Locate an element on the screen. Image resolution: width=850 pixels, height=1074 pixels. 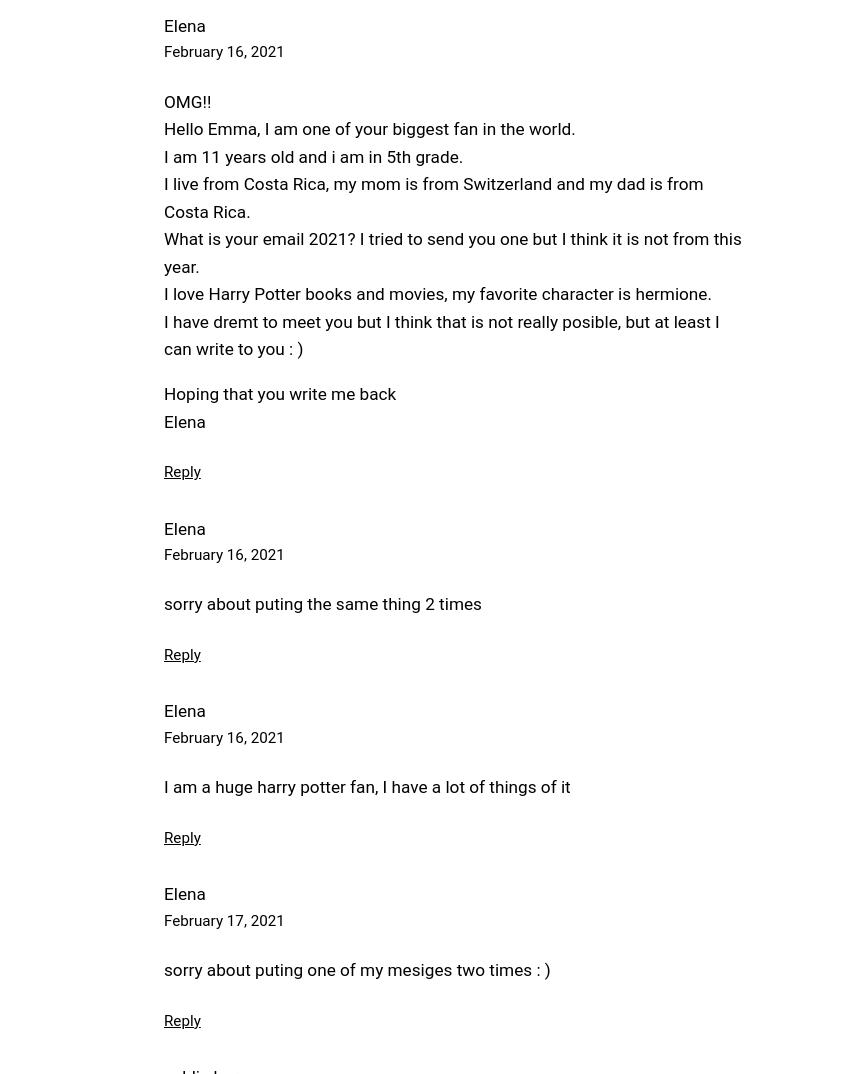
'I am a huge harry potter fan, I have a lot of things of it' is located at coordinates (366, 786).